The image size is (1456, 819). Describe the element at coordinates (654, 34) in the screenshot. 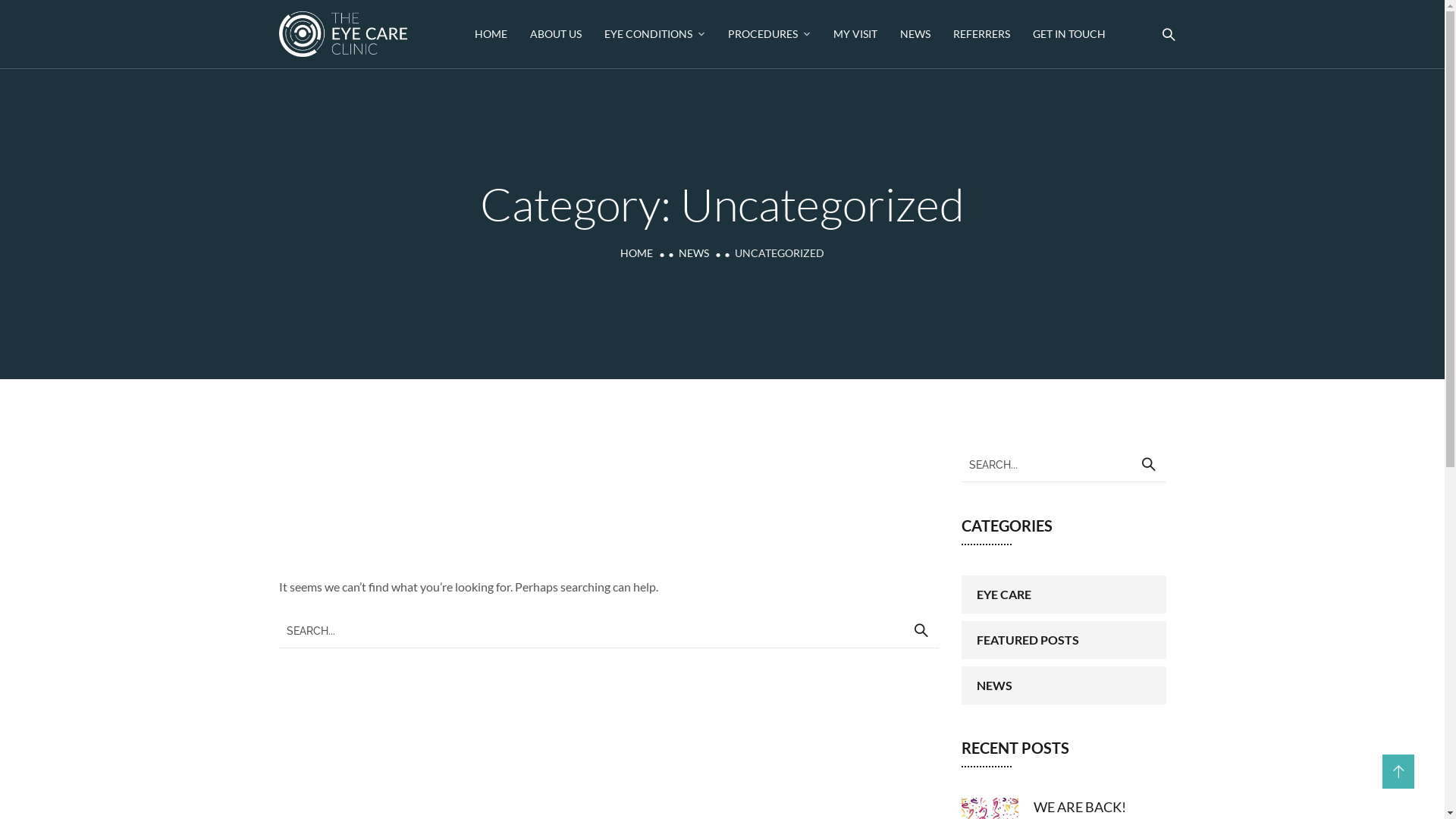

I see `'EYE CONDITIONS'` at that location.